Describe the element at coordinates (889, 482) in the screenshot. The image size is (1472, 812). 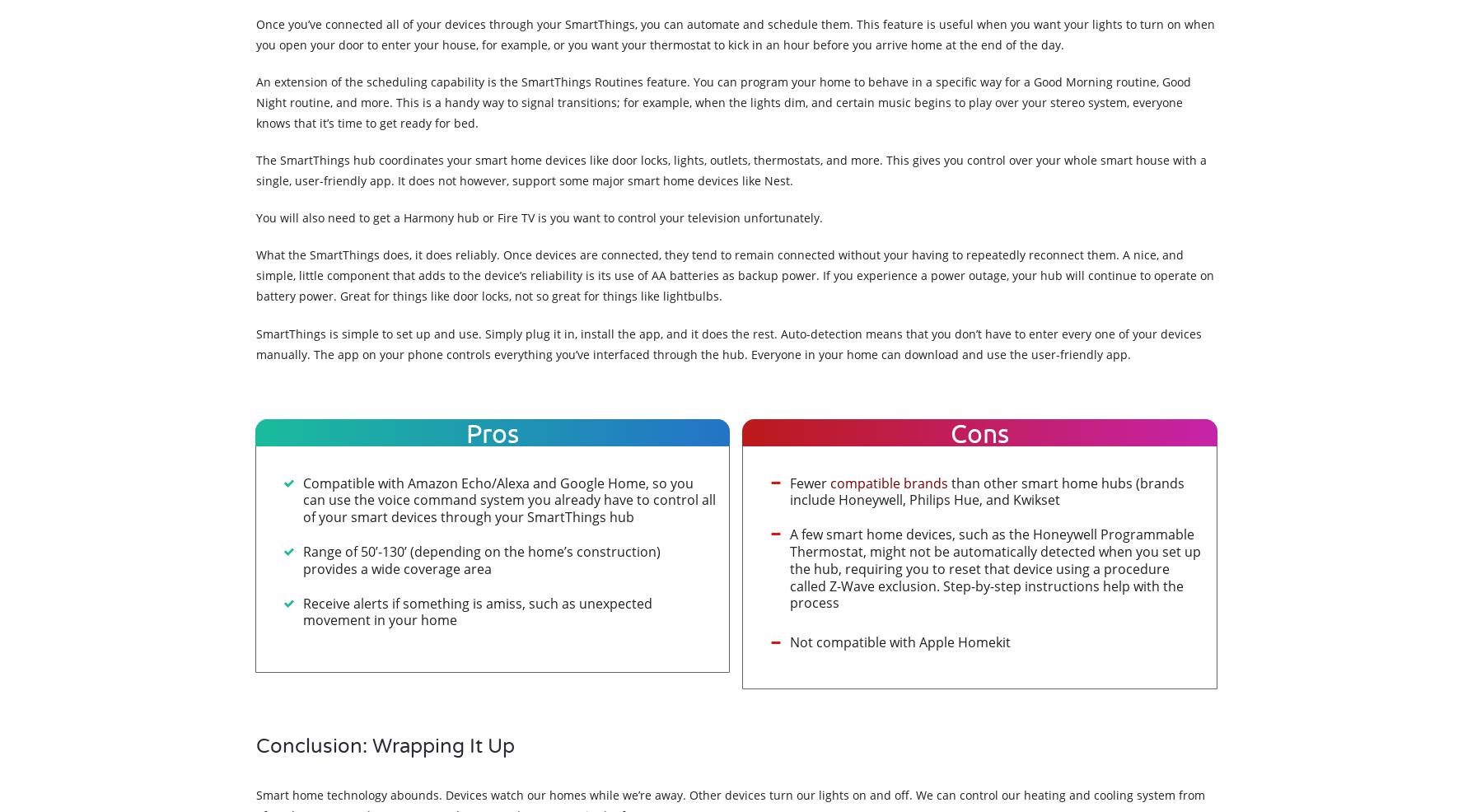
I see `'compatible brands'` at that location.